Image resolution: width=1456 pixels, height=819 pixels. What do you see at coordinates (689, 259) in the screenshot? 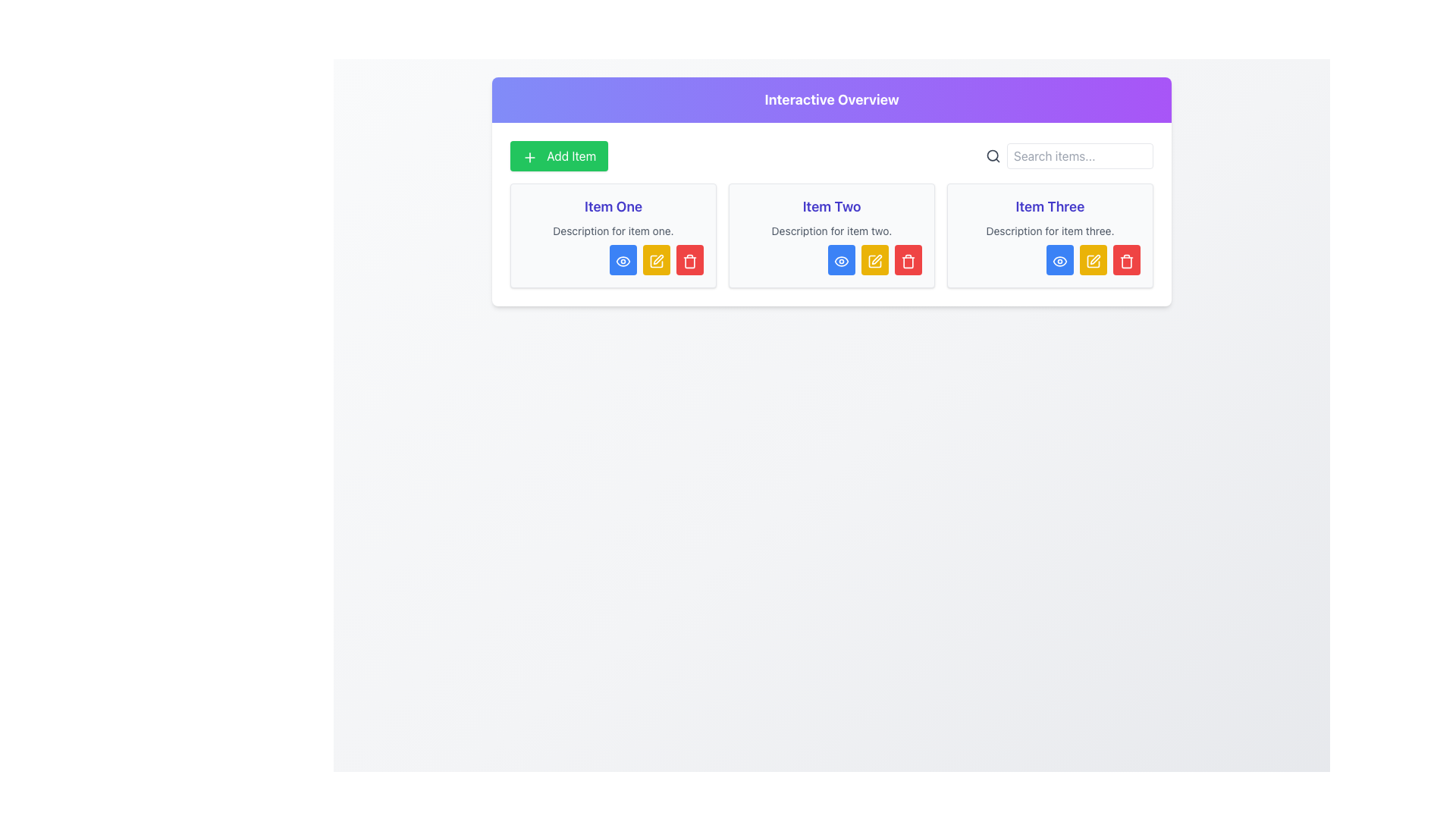
I see `the red rectangular button with a white trash can icon to trigger the hover effect that changes its background color to a darker red shade` at bounding box center [689, 259].